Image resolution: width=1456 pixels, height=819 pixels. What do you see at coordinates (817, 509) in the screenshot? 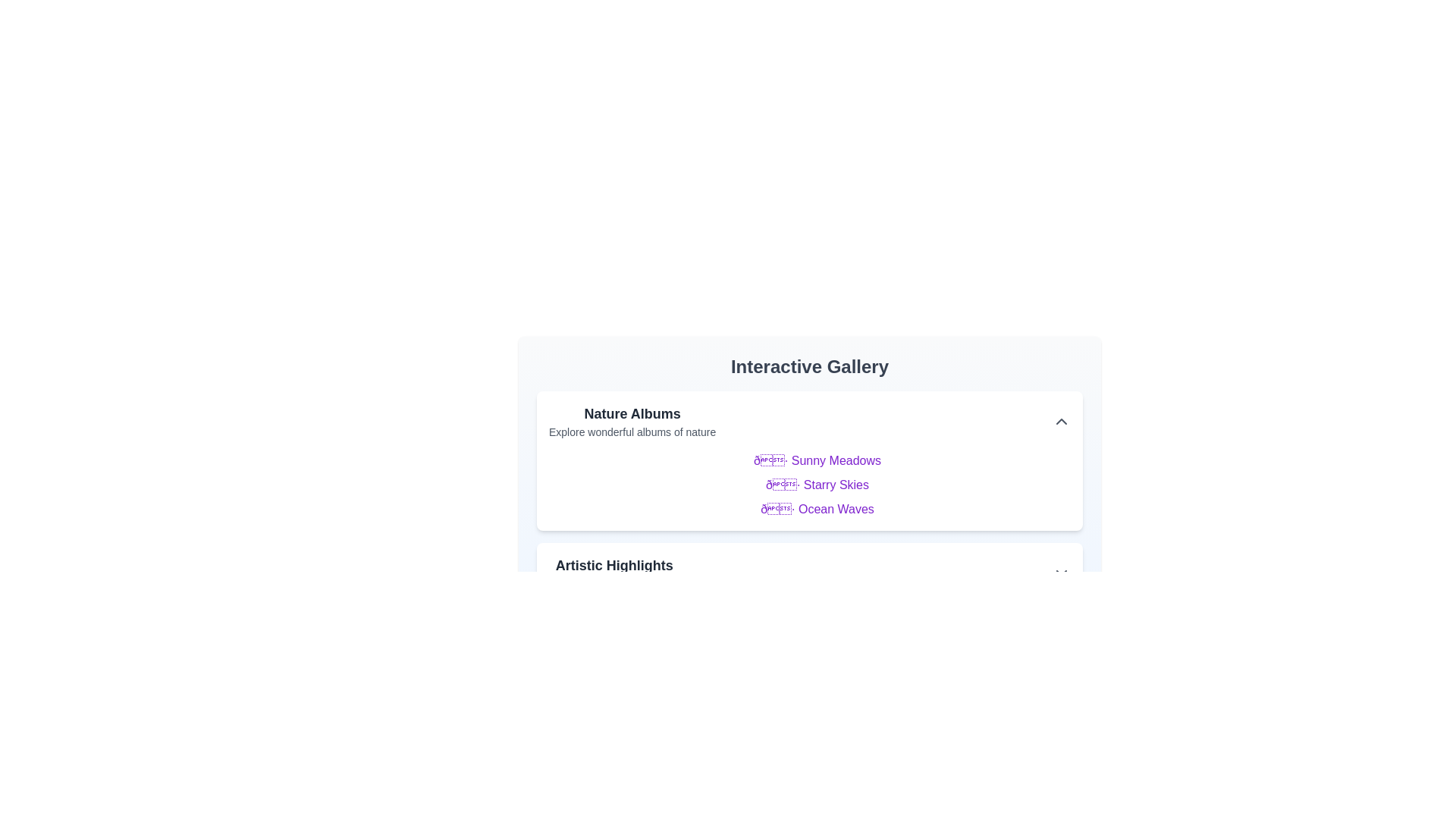
I see `the text of Ocean Waves for copying` at bounding box center [817, 509].